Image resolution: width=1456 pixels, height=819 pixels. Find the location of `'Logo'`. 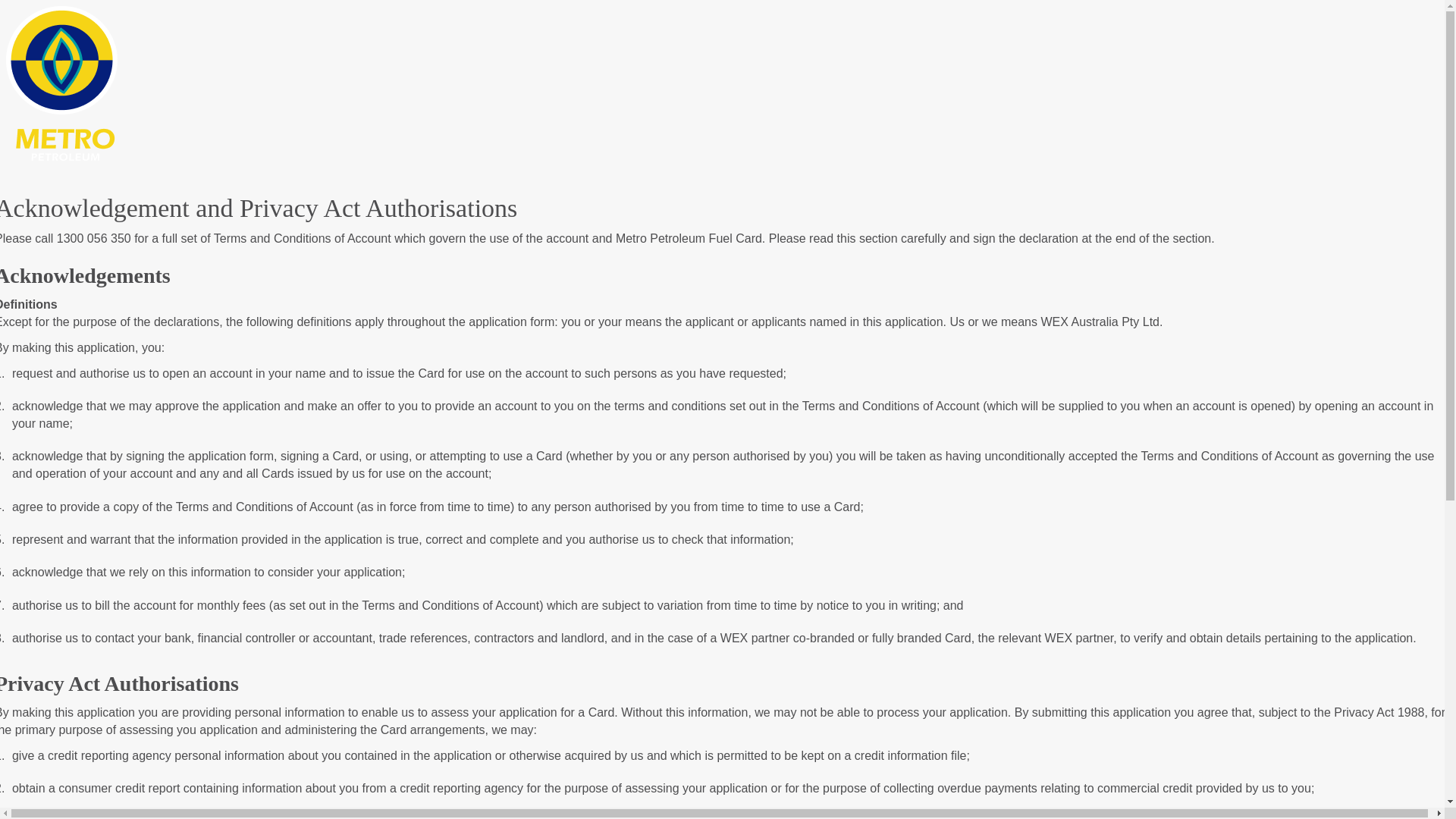

'Logo' is located at coordinates (6, 82).